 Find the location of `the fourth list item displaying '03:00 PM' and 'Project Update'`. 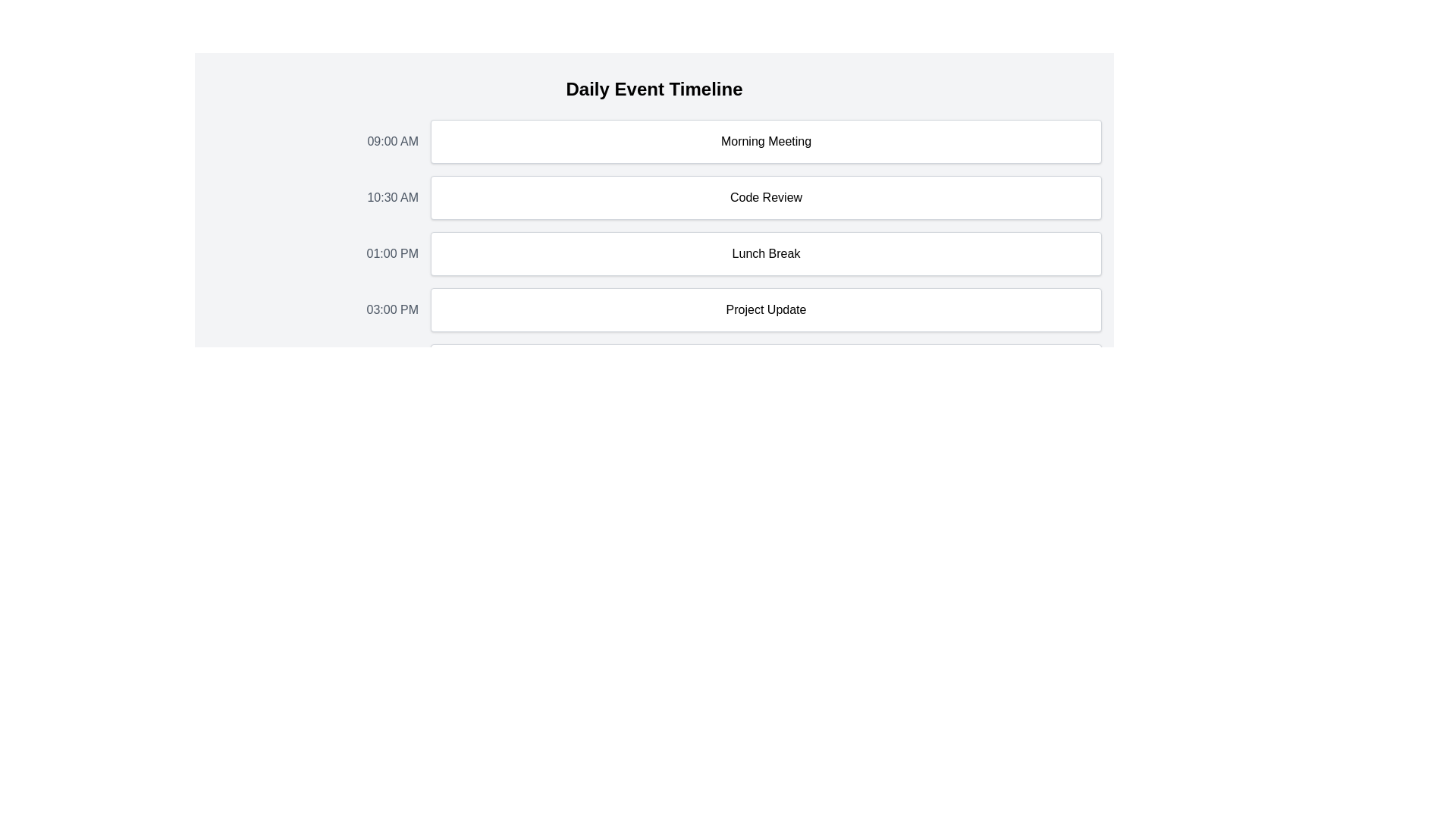

the fourth list item displaying '03:00 PM' and 'Project Update' is located at coordinates (654, 309).